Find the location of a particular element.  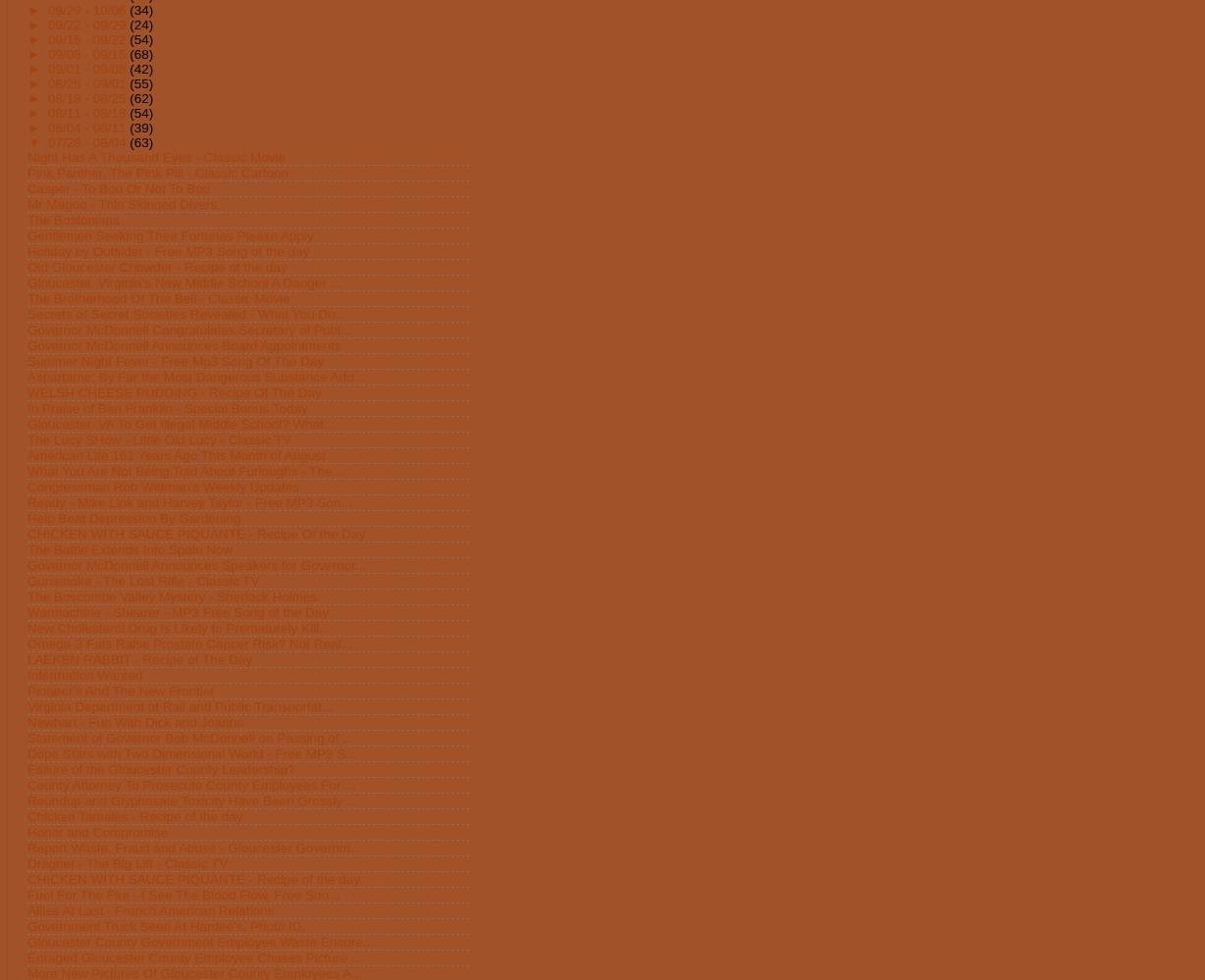

'Casper - To Boo Or Not To Boo' is located at coordinates (118, 186).